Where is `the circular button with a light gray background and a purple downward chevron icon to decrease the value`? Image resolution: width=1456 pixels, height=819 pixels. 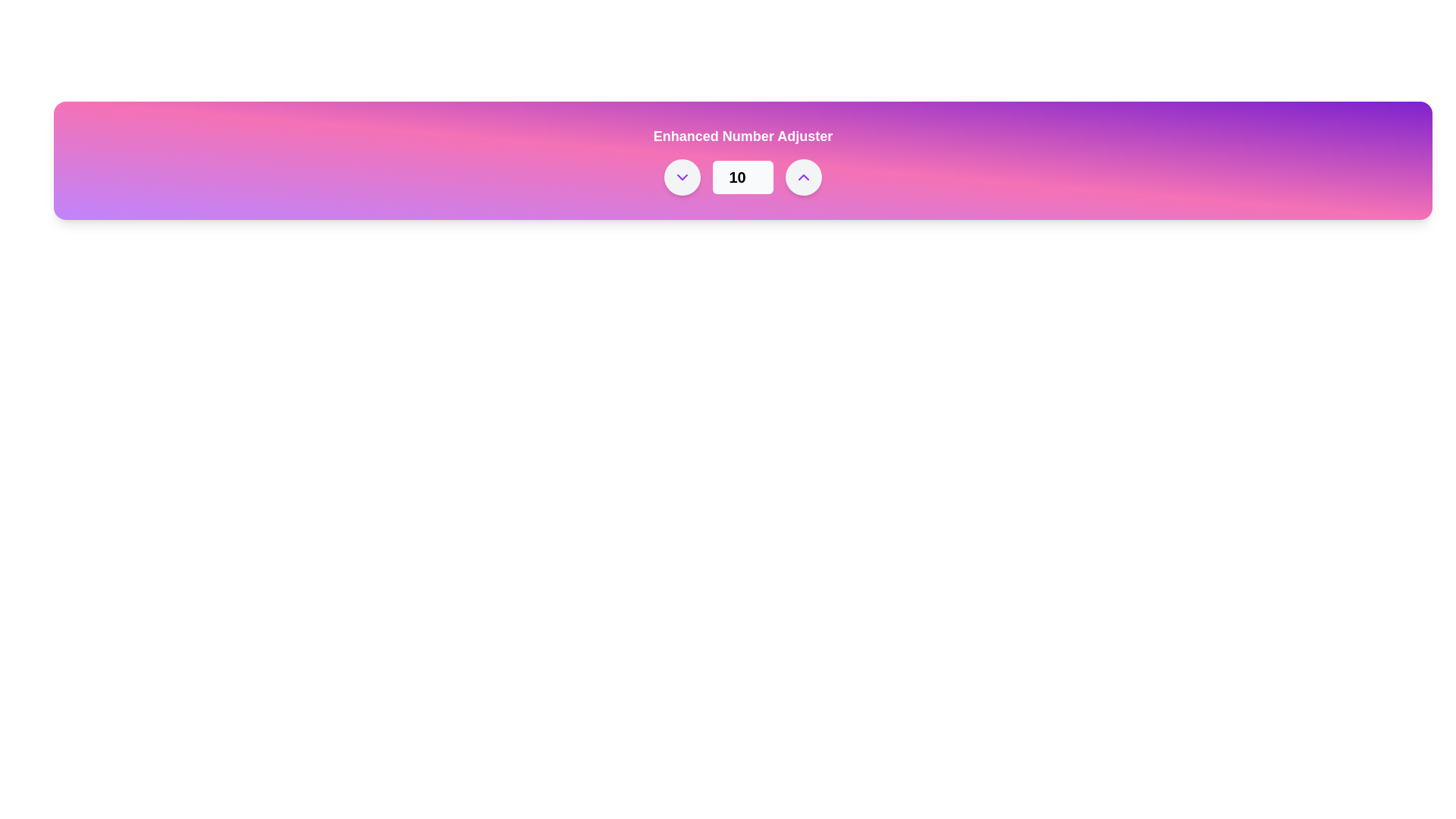 the circular button with a light gray background and a purple downward chevron icon to decrease the value is located at coordinates (682, 177).